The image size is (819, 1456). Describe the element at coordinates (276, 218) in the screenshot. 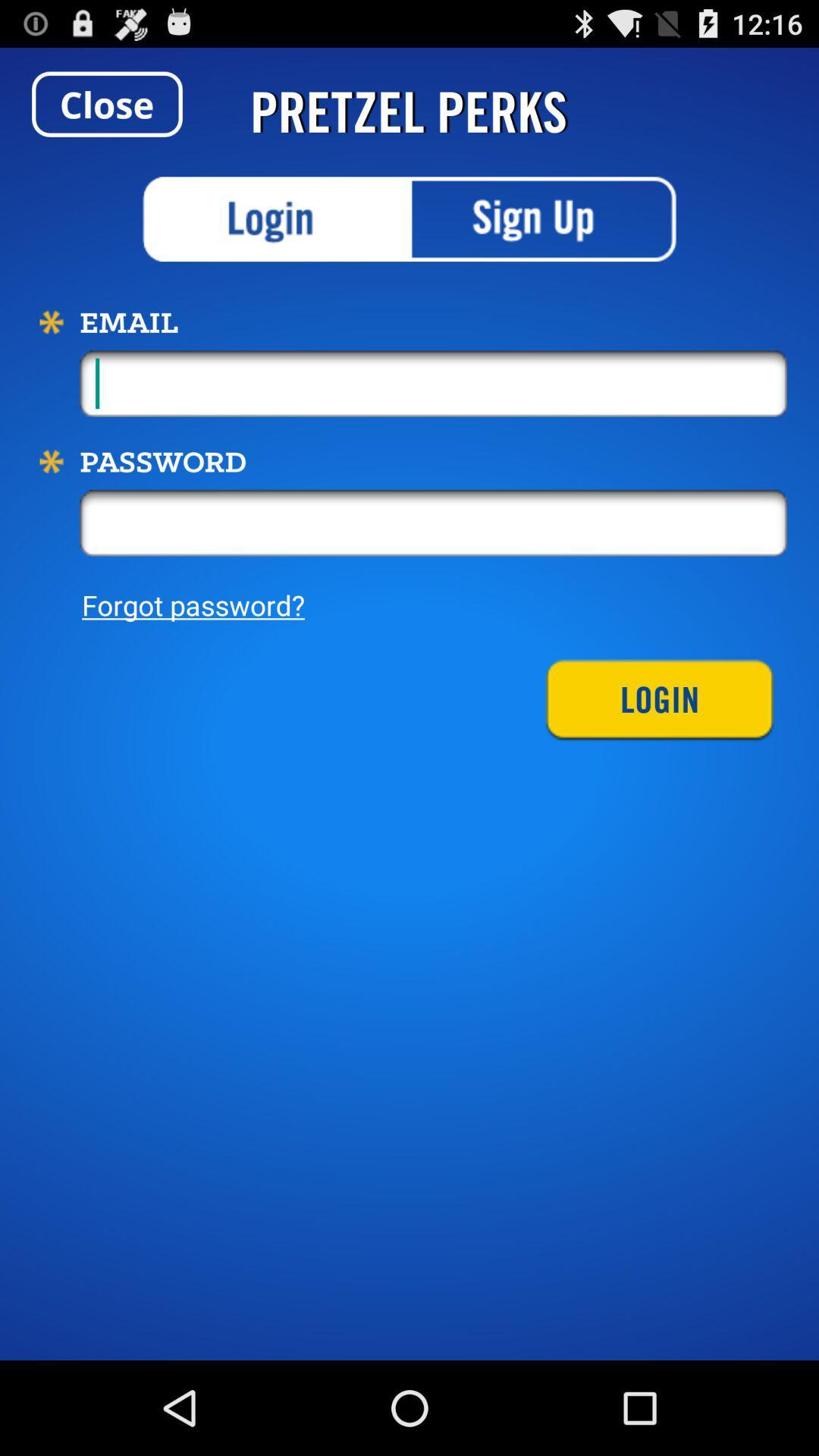

I see `login` at that location.